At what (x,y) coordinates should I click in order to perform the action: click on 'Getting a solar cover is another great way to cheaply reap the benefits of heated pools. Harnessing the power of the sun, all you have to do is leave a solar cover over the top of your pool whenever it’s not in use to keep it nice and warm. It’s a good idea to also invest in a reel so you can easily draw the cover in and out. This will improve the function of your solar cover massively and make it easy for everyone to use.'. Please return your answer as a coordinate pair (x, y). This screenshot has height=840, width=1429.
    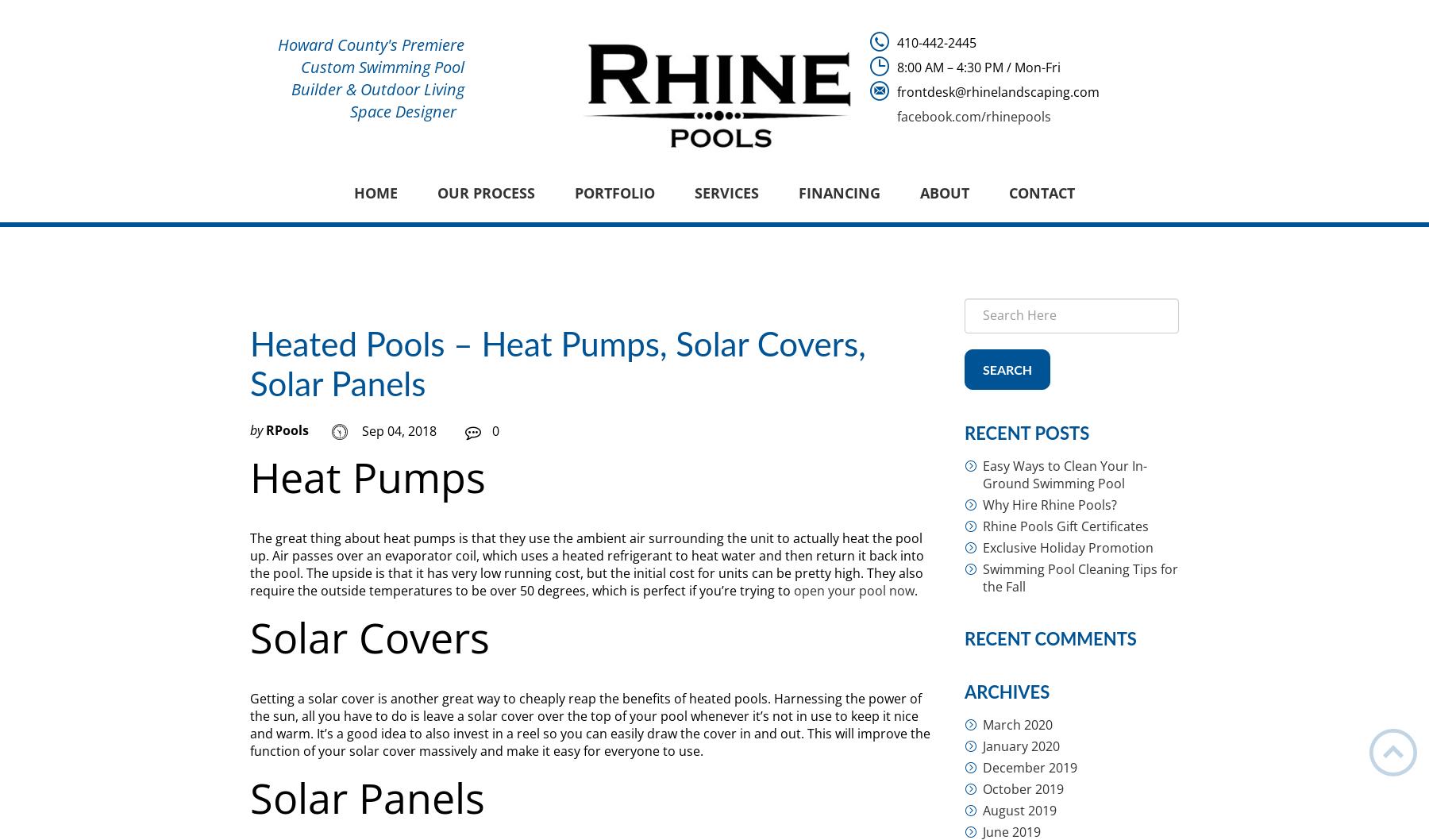
    Looking at the image, I should click on (249, 724).